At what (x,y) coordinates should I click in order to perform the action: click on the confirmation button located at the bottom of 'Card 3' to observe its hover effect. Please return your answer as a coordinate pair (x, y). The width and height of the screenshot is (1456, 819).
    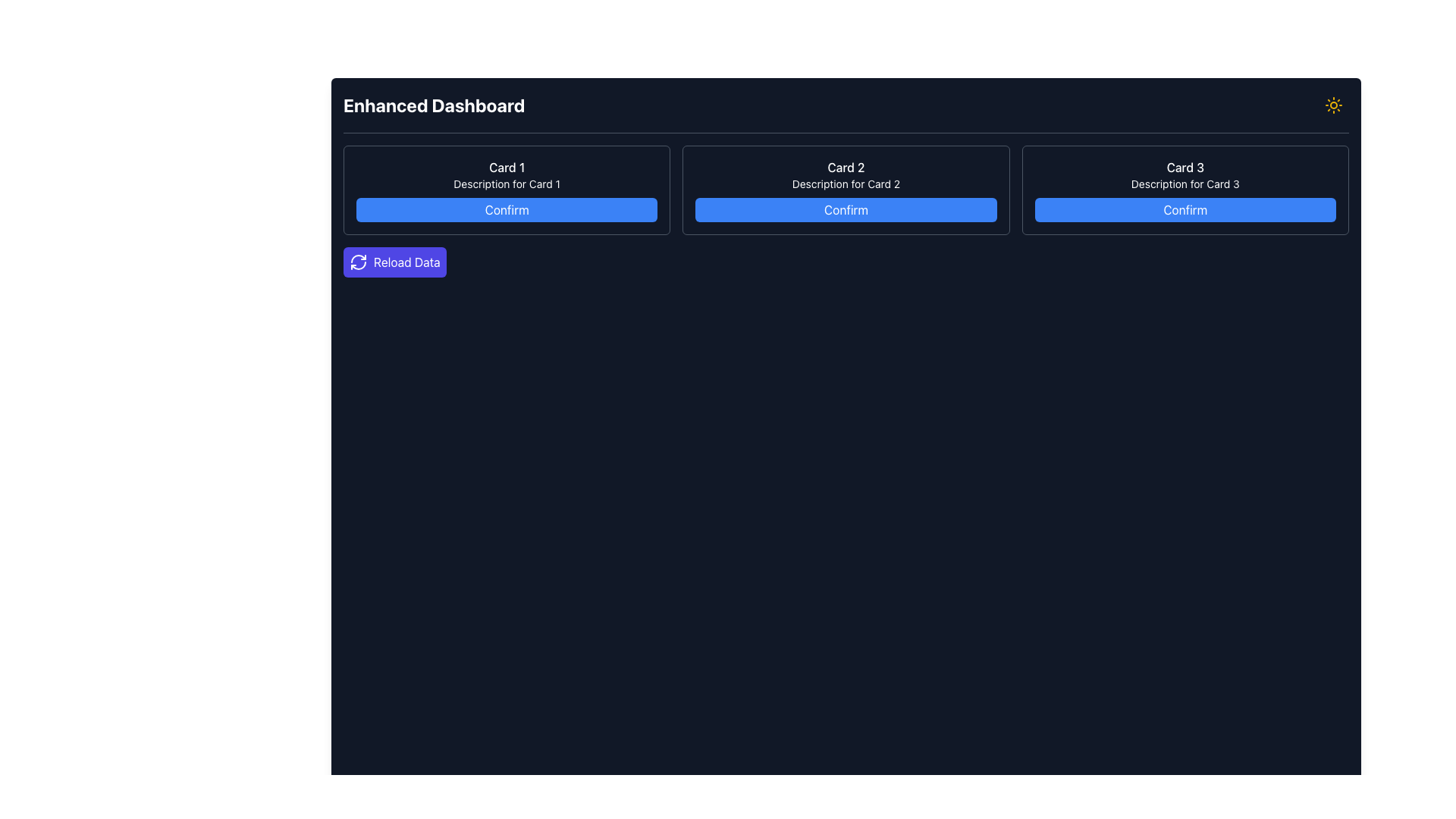
    Looking at the image, I should click on (1185, 210).